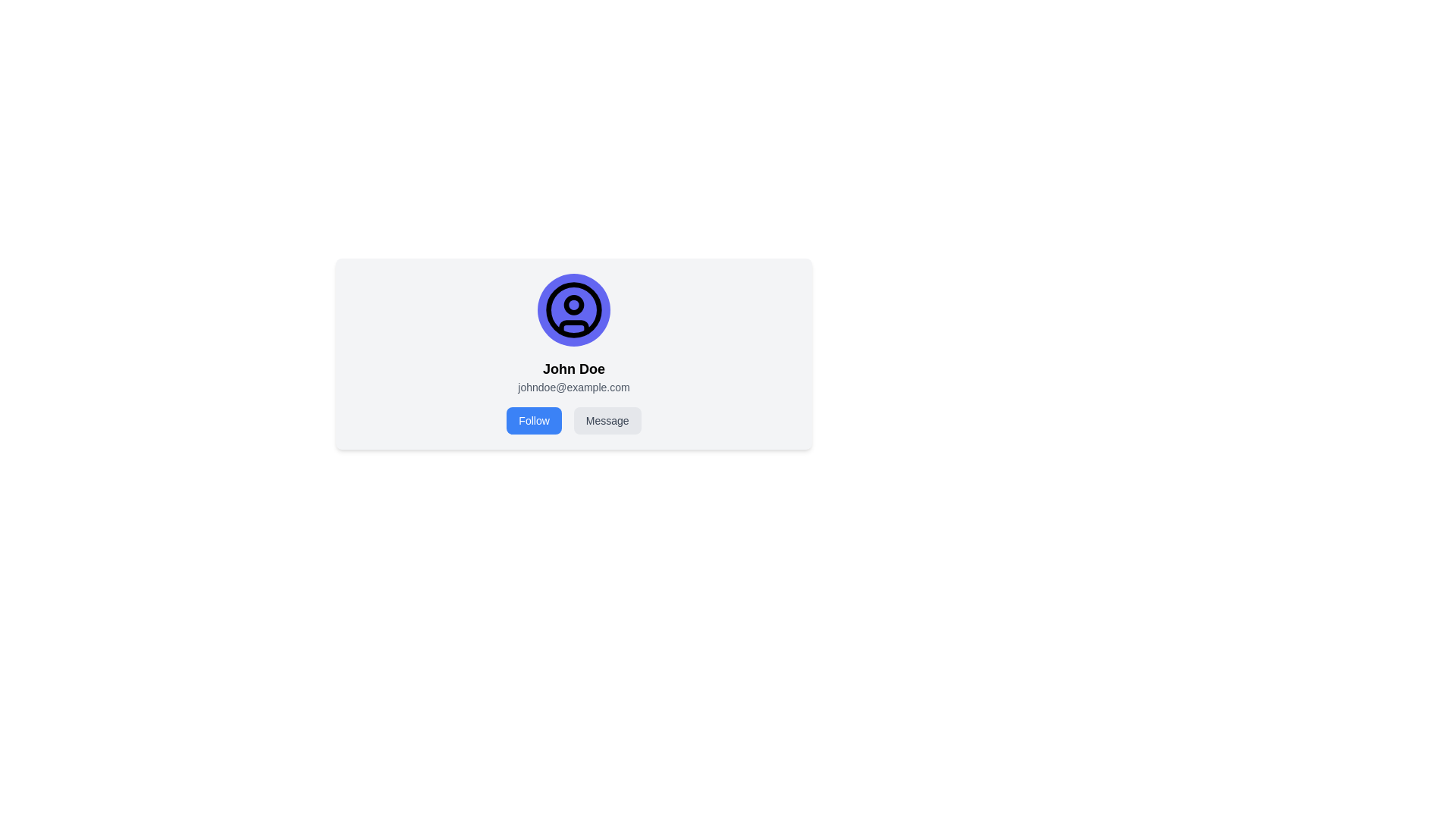 The image size is (1456, 819). What do you see at coordinates (573, 309) in the screenshot?
I see `the circular decorative profile icon located above the name label 'John Doe' and email 'johndoe@example.com'` at bounding box center [573, 309].